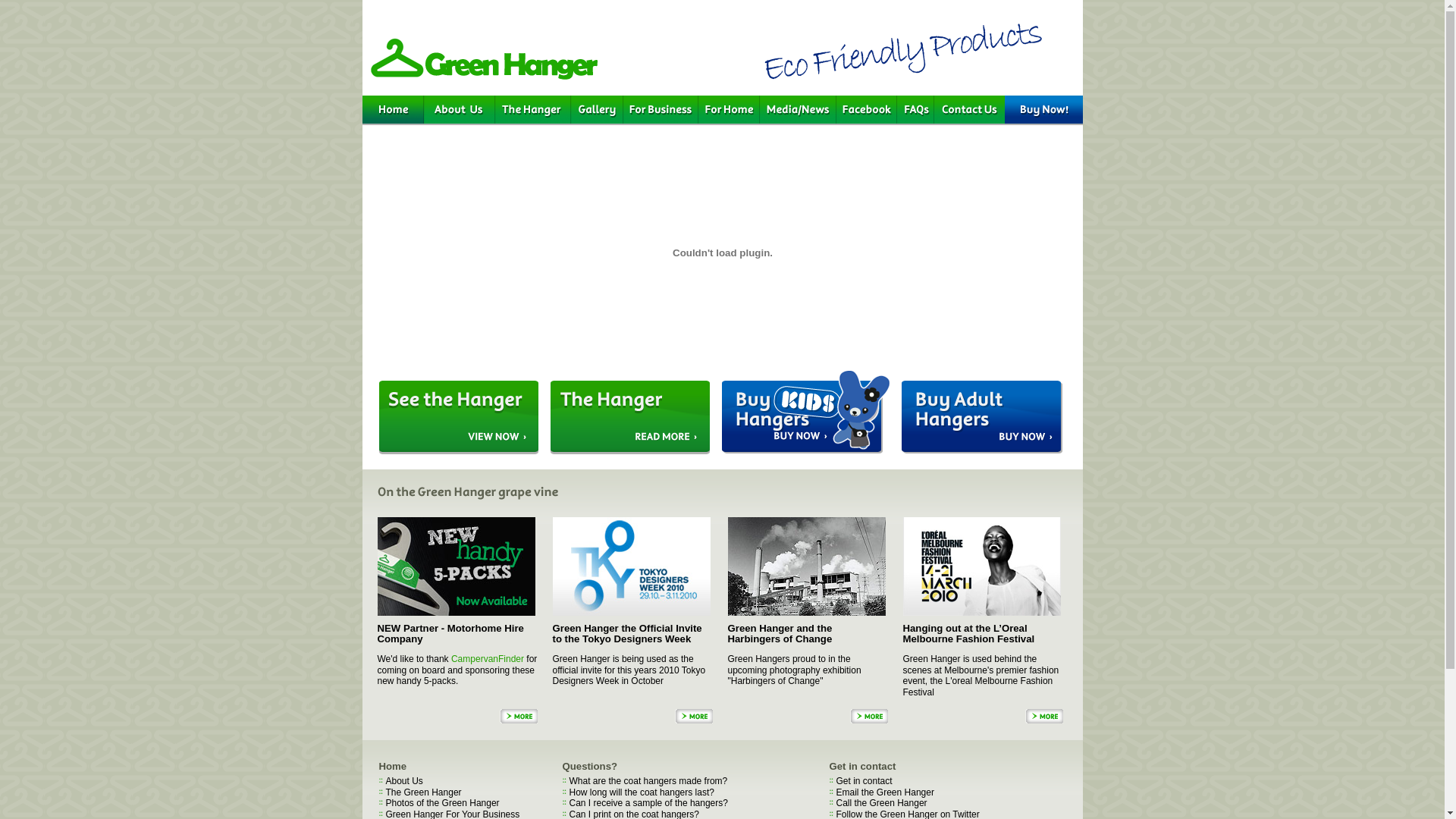 This screenshot has height=819, width=1456. Describe the element at coordinates (441, 802) in the screenshot. I see `'Photos of the Green Hanger'` at that location.